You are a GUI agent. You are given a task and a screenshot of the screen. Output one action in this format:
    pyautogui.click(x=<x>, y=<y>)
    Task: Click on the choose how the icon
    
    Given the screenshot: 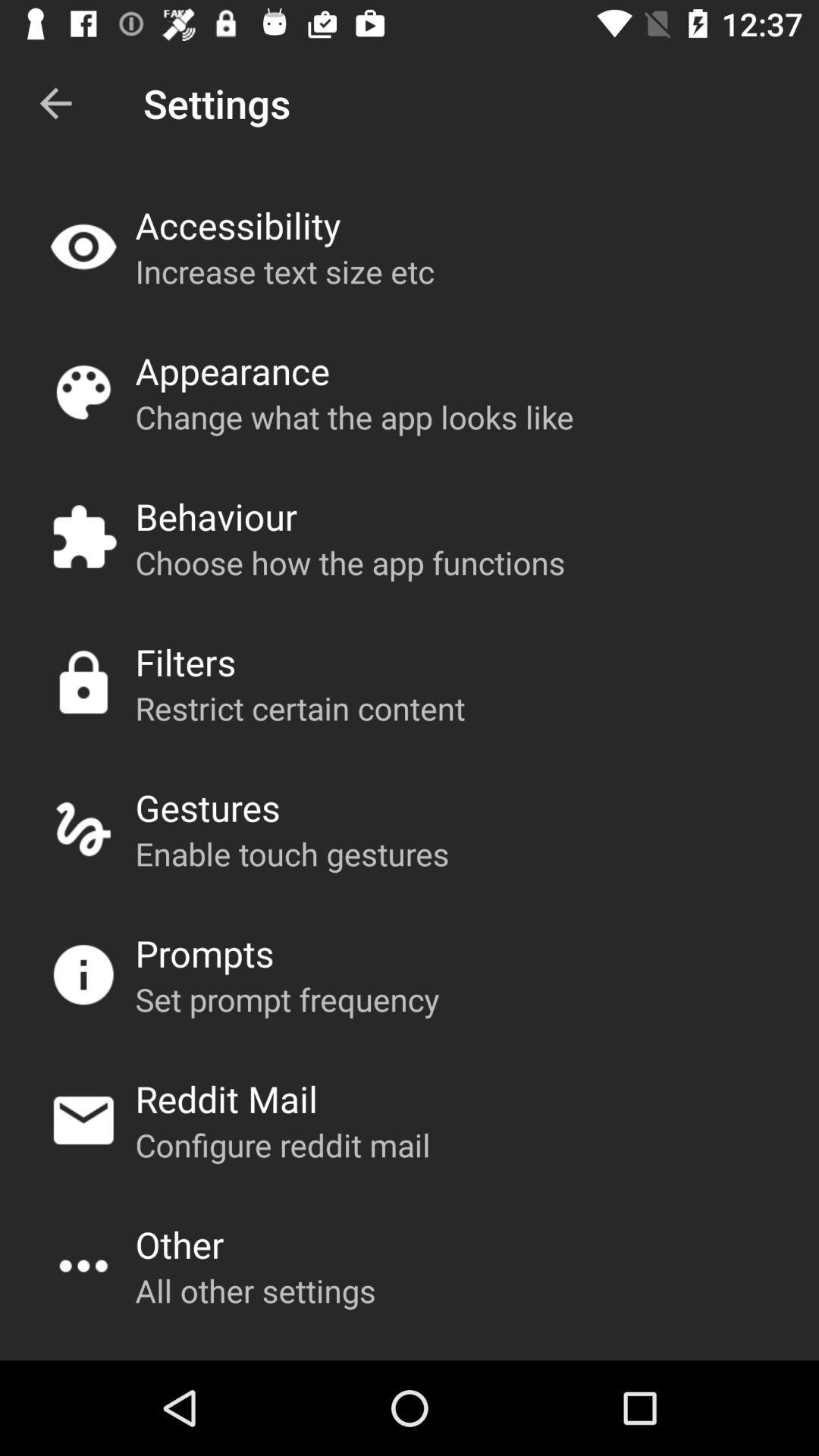 What is the action you would take?
    pyautogui.click(x=350, y=561)
    